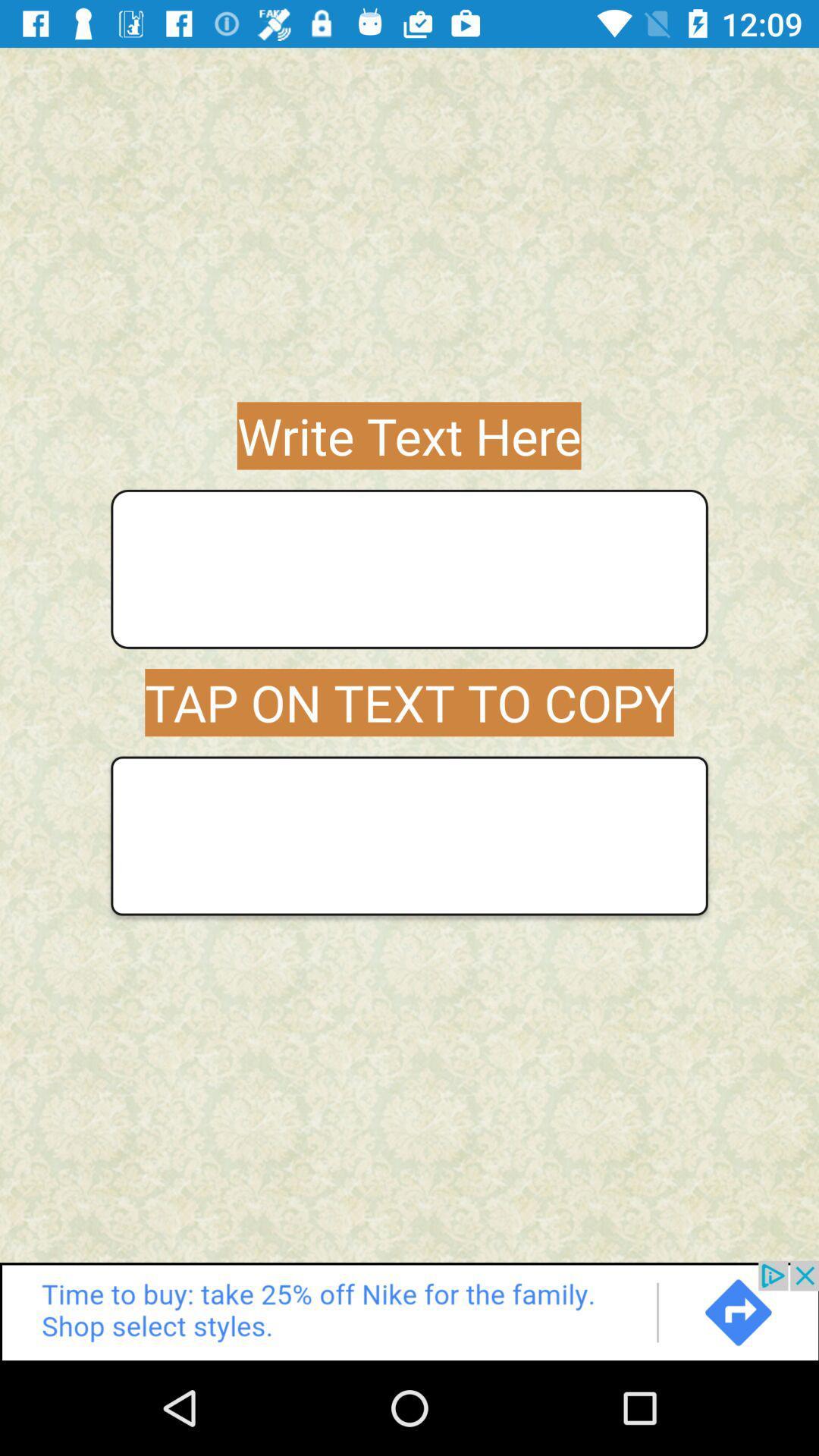  Describe the element at coordinates (409, 568) in the screenshot. I see `write your text here` at that location.